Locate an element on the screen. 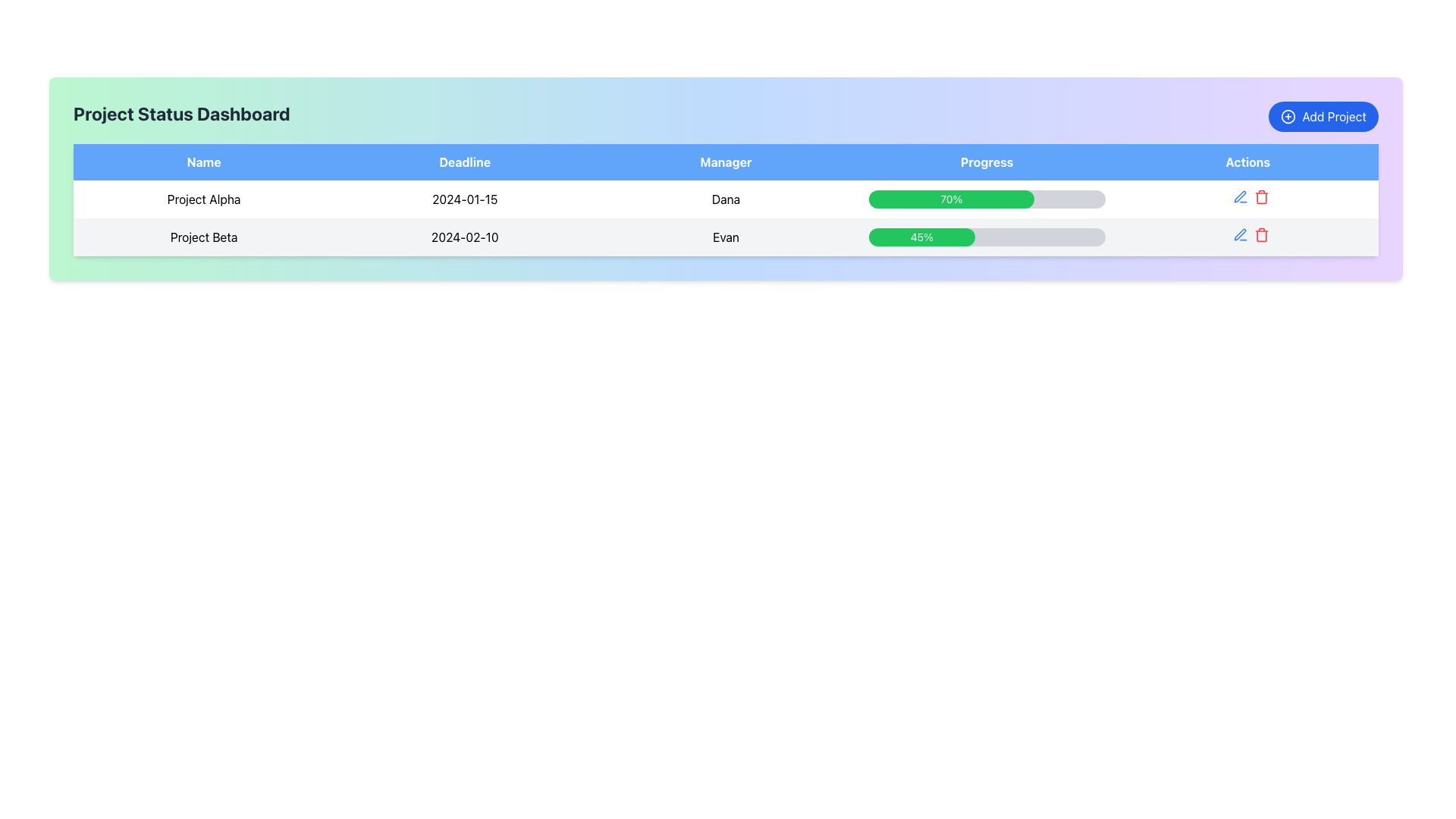 Image resolution: width=1456 pixels, height=819 pixels. the 'Actions' column header, which is the fifth column in the table, located at the top-right adjacent to the 'Progress' column is located at coordinates (1247, 162).